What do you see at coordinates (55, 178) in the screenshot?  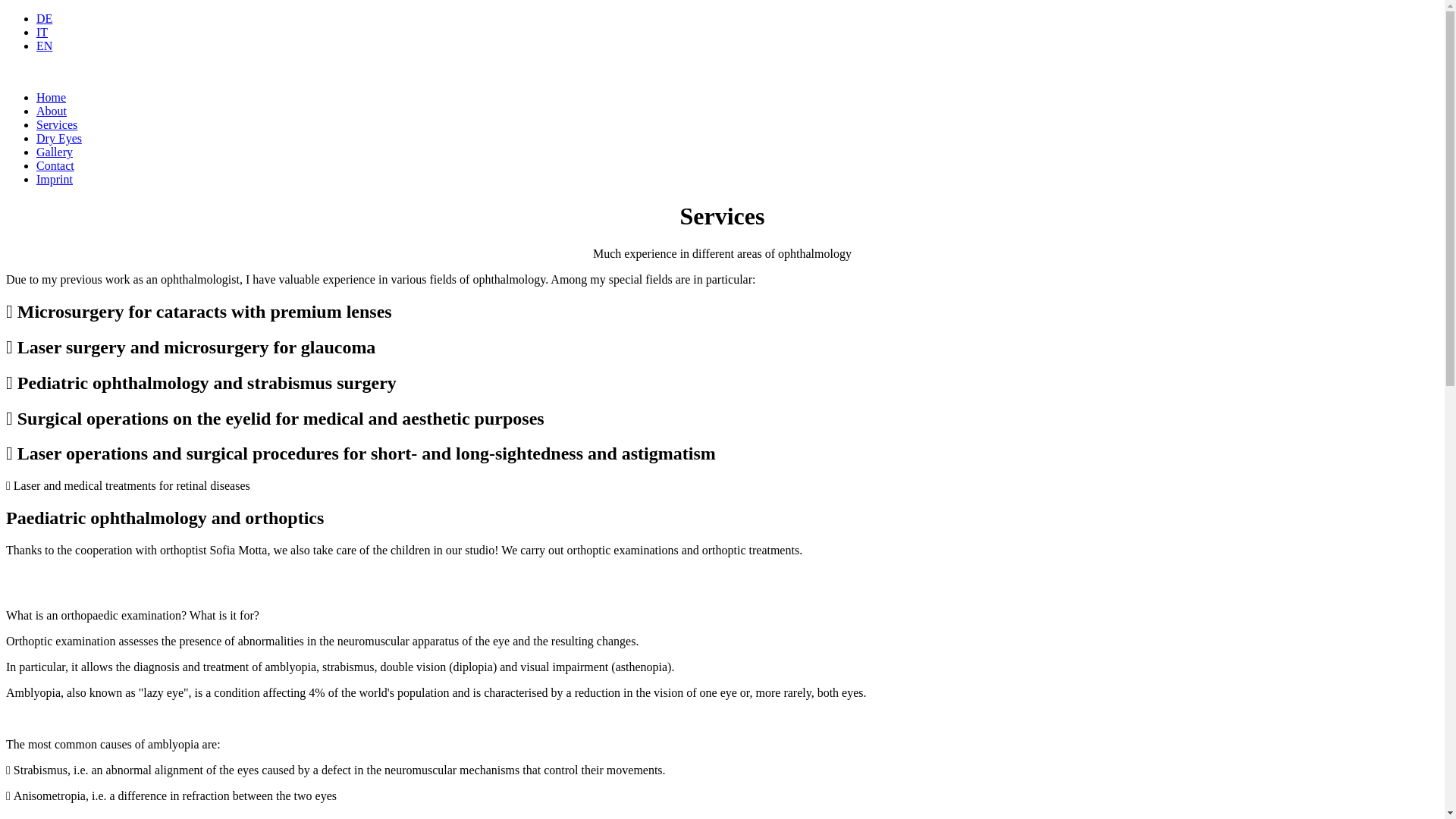 I see `'Imprint'` at bounding box center [55, 178].